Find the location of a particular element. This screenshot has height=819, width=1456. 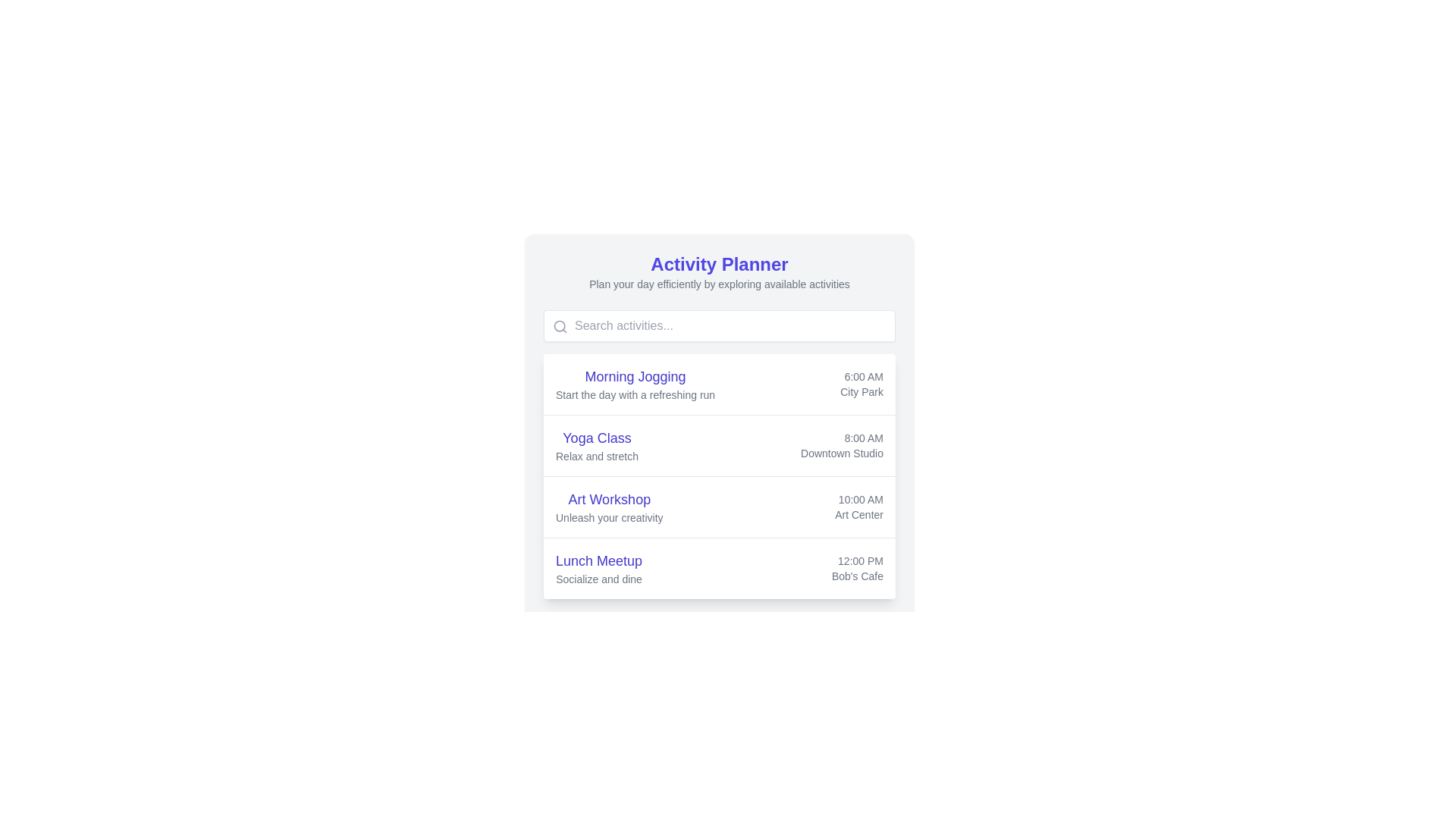

the text block displaying 'Yoga Class' in indigo font, which is located in the 'Activity Planner' panel, below 'Morning Jogging' and above 'Art Workshop' is located at coordinates (596, 444).